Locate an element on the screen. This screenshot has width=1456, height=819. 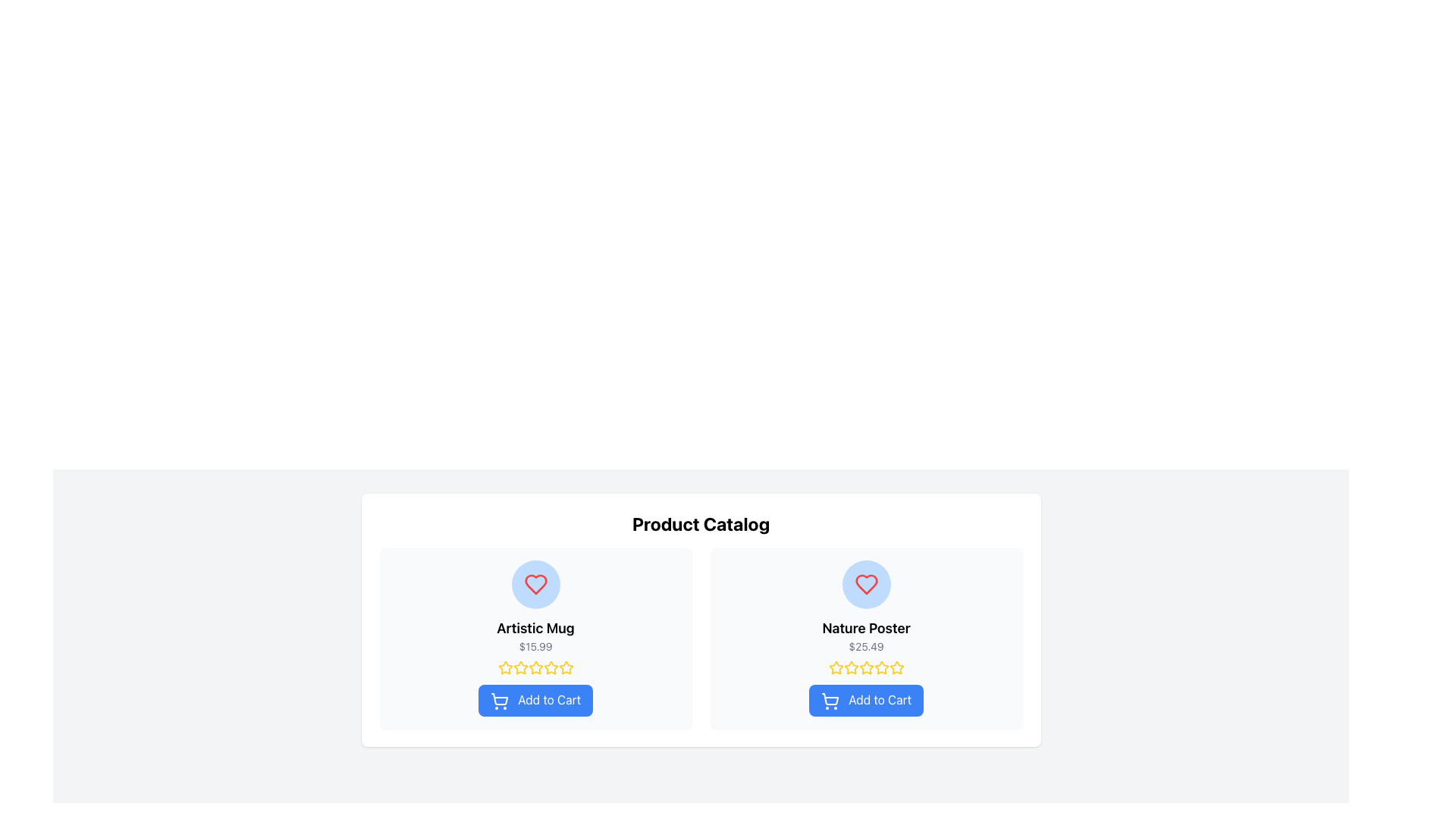
the fourth (center) yellow five-pointed star in the row of five stars beneath the 'Nature Poster' card is located at coordinates (866, 667).